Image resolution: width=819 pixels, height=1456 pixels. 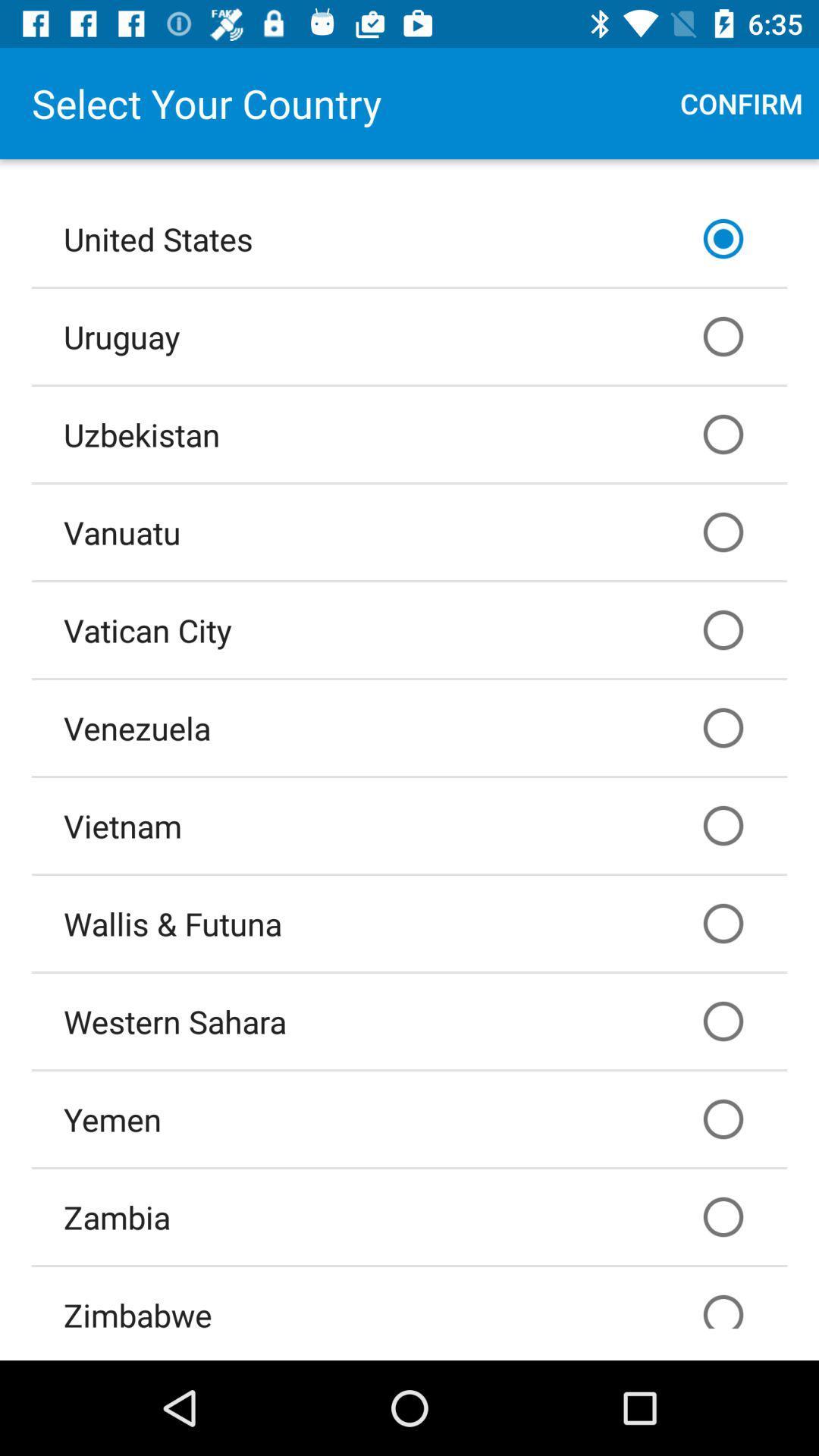 What do you see at coordinates (409, 1119) in the screenshot?
I see `yemen icon` at bounding box center [409, 1119].